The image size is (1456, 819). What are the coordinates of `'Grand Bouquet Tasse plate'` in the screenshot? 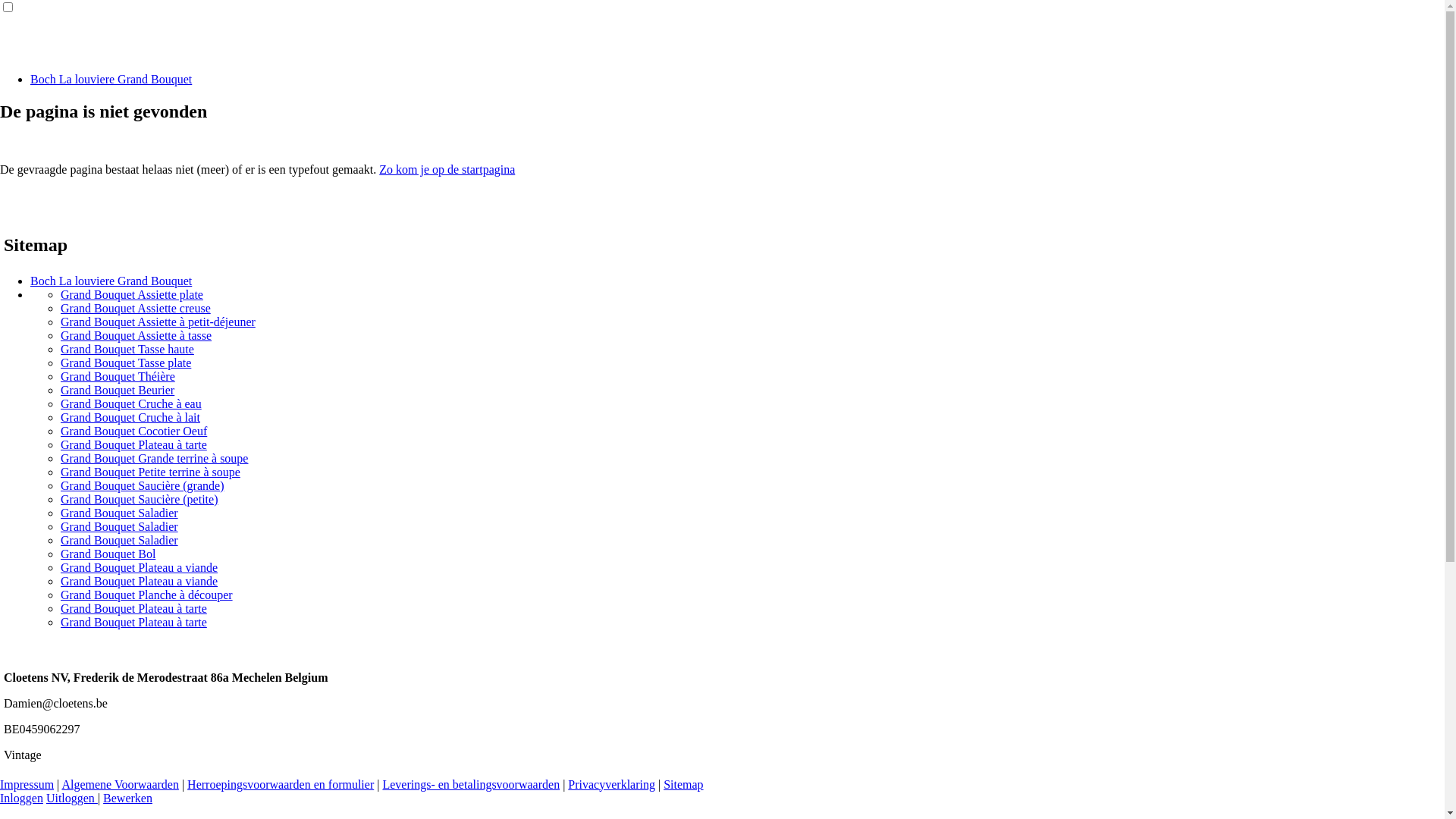 It's located at (61, 362).